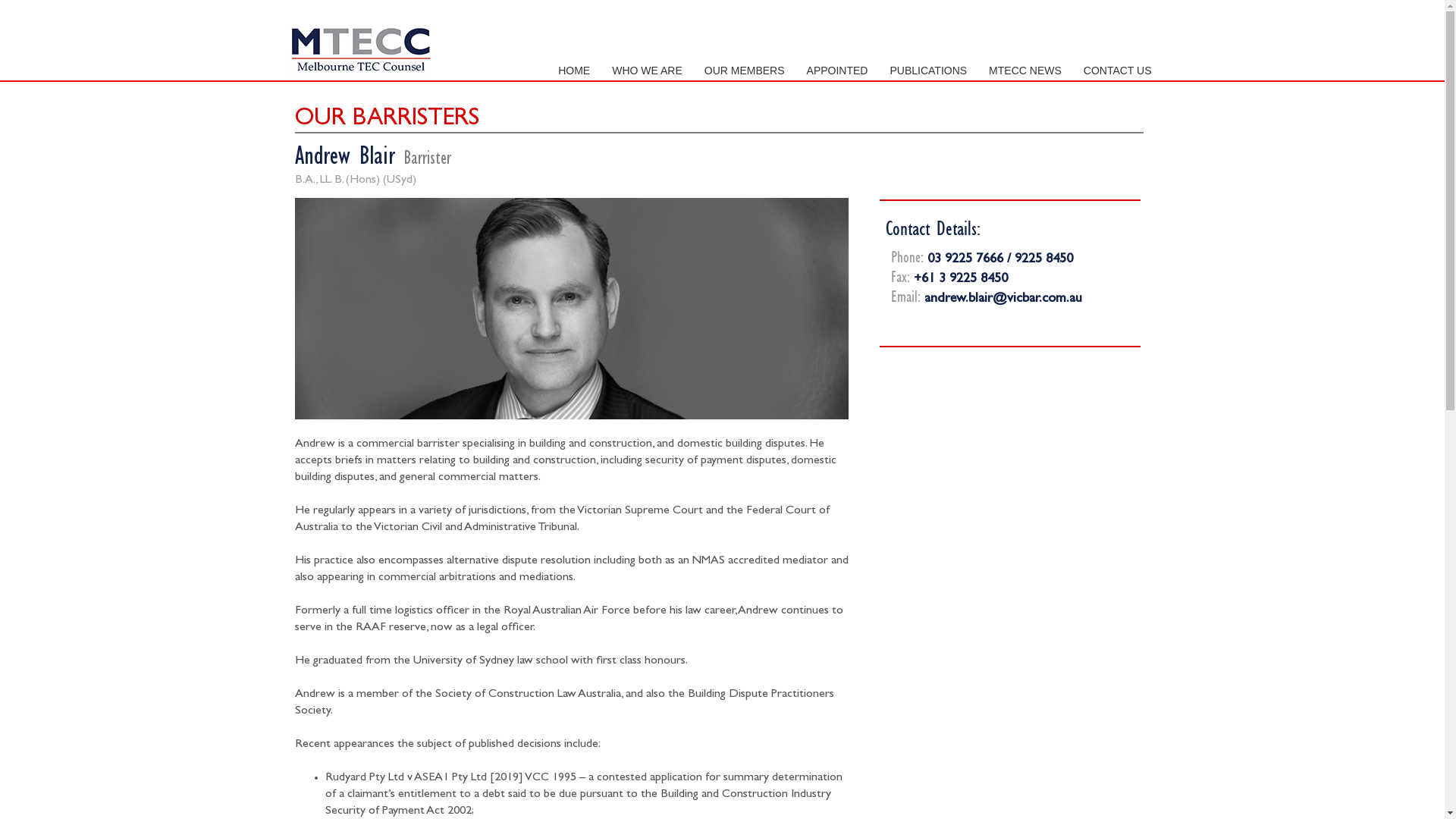 Image resolution: width=1456 pixels, height=819 pixels. What do you see at coordinates (1025, 70) in the screenshot?
I see `'MTECC NEWS'` at bounding box center [1025, 70].